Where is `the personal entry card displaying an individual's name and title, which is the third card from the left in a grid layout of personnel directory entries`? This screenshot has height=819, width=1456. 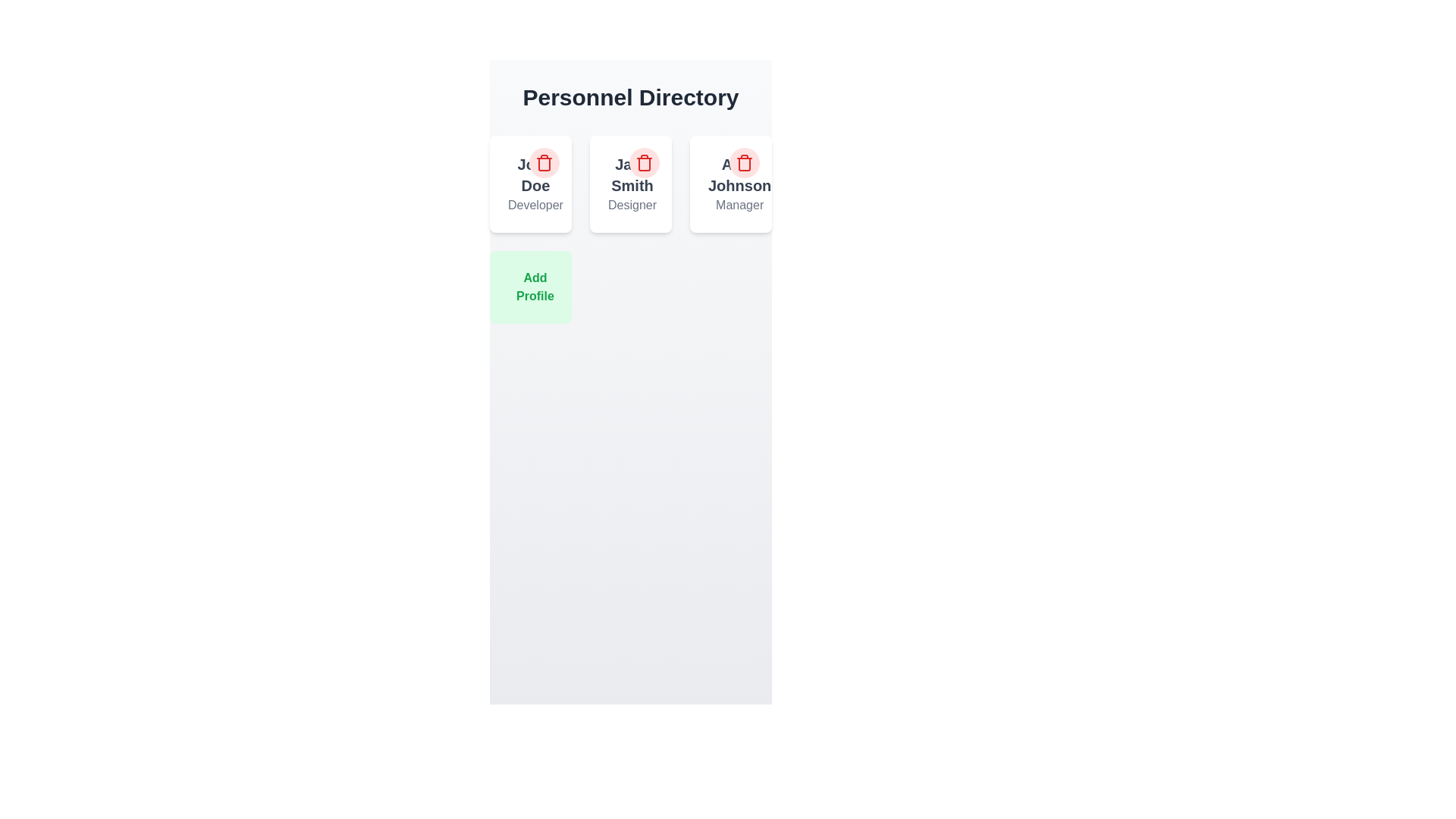
the personal entry card displaying an individual's name and title, which is the third card from the left in a grid layout of personnel directory entries is located at coordinates (739, 184).